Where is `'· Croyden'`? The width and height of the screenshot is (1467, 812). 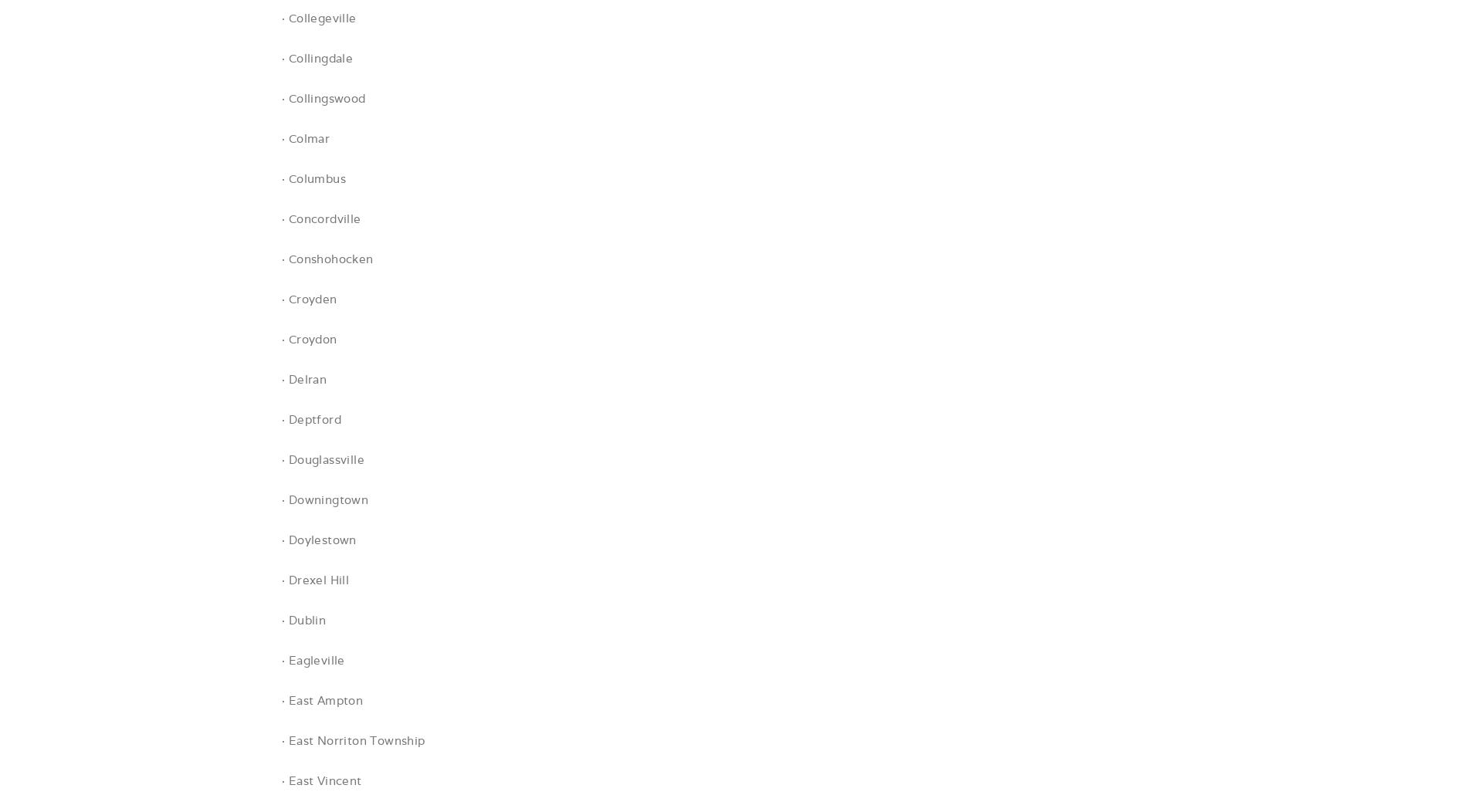 '· Croyden' is located at coordinates (280, 299).